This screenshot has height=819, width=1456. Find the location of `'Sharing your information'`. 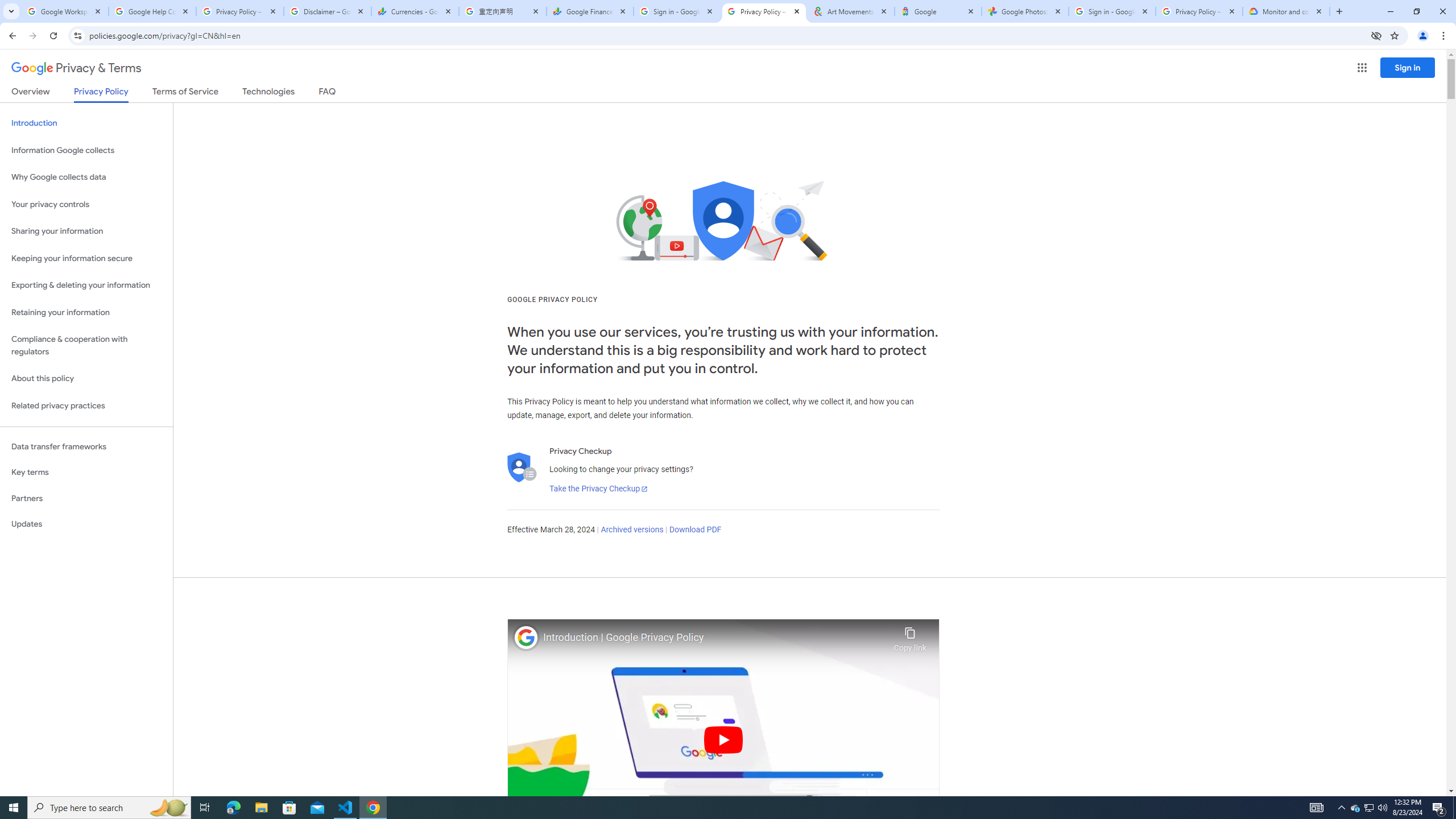

'Sharing your information' is located at coordinates (86, 230).